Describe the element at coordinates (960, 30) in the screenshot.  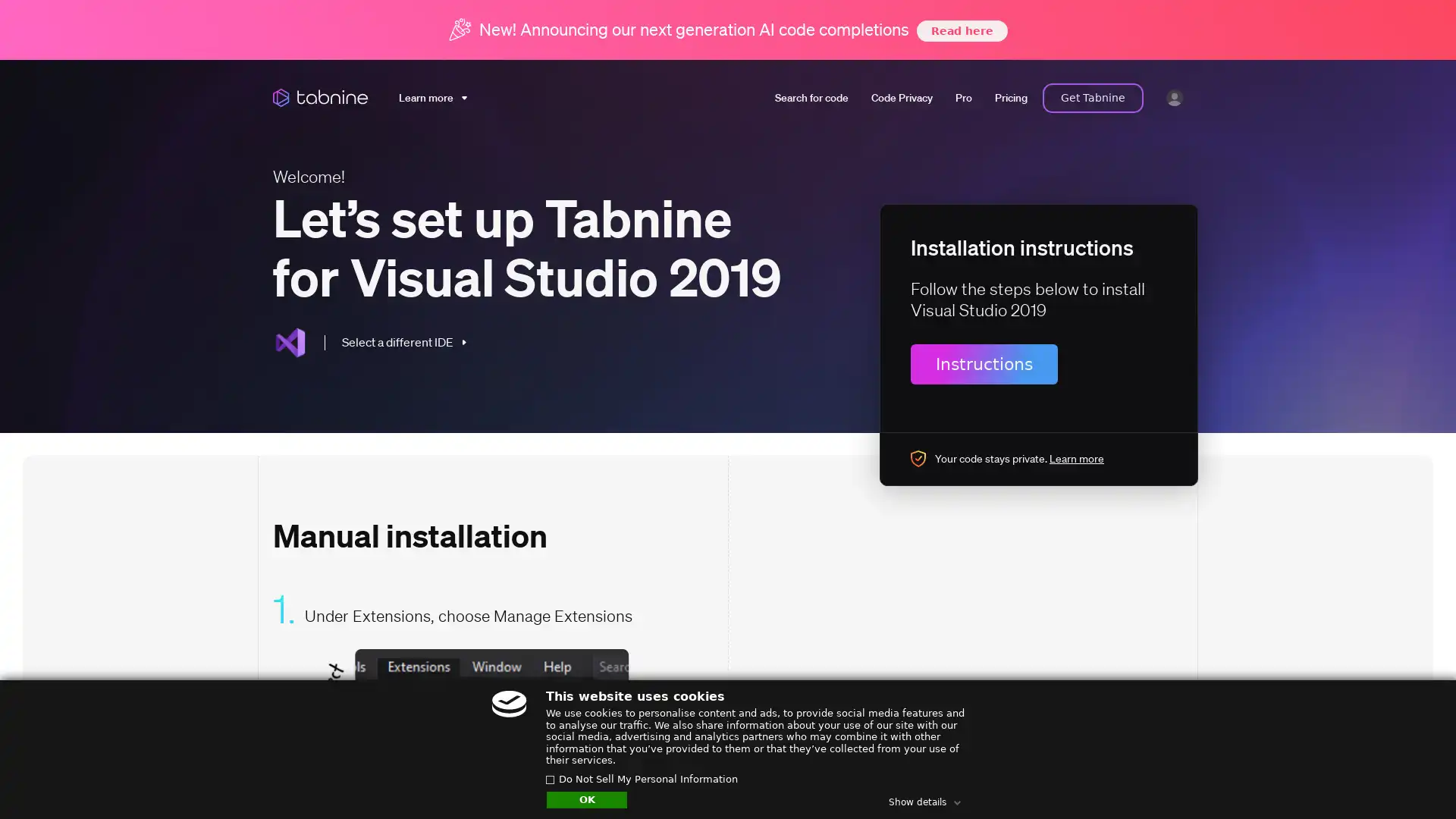
I see `Read here` at that location.